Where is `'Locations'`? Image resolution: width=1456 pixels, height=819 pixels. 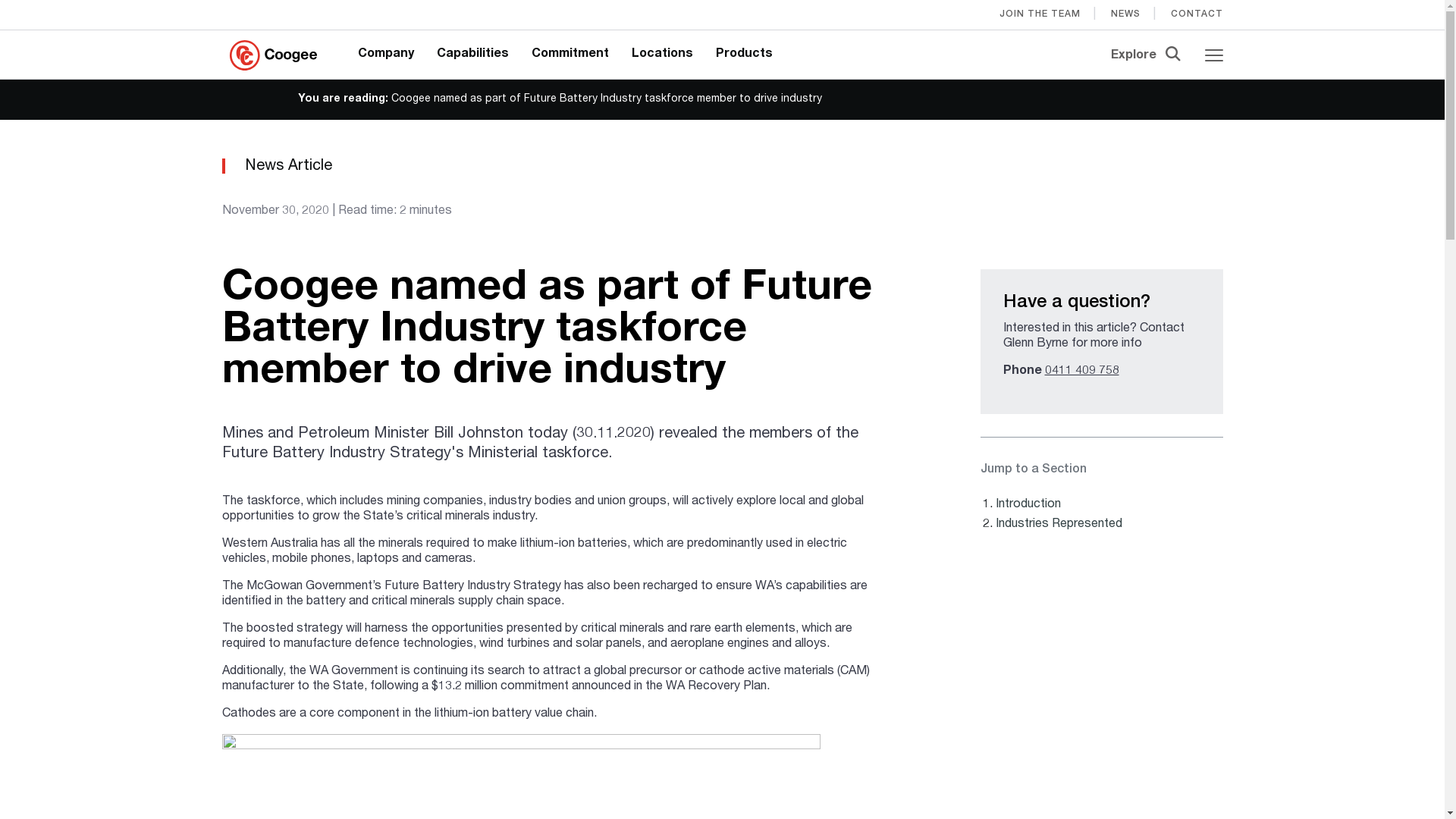
'Locations' is located at coordinates (662, 54).